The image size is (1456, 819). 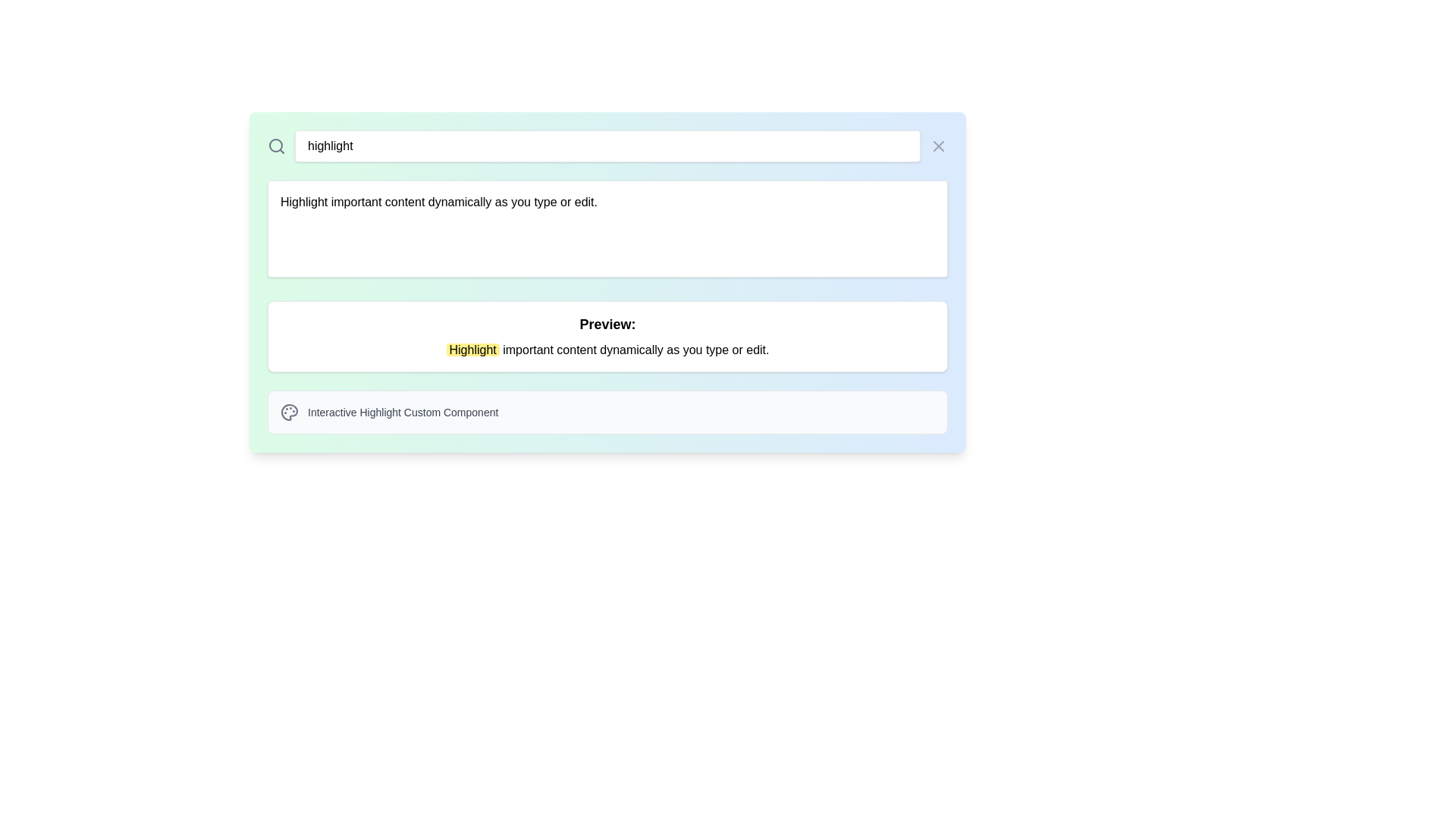 I want to click on the close icon represented by an 'X' shape, styled with a gray color, located at the top-right corner of the text input box, so click(x=938, y=146).